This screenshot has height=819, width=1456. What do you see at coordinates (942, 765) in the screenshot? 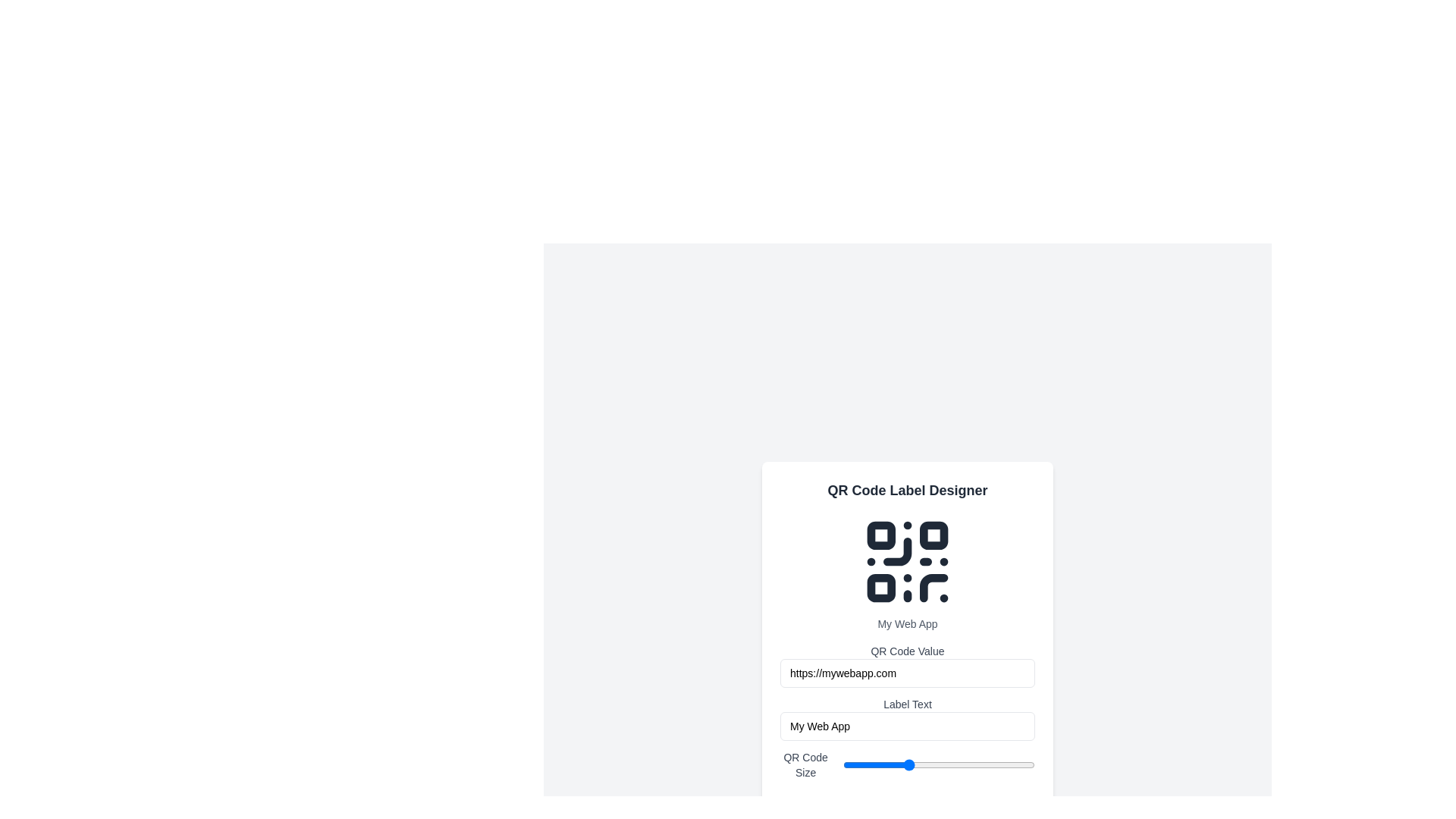
I see `the QR code size` at bounding box center [942, 765].